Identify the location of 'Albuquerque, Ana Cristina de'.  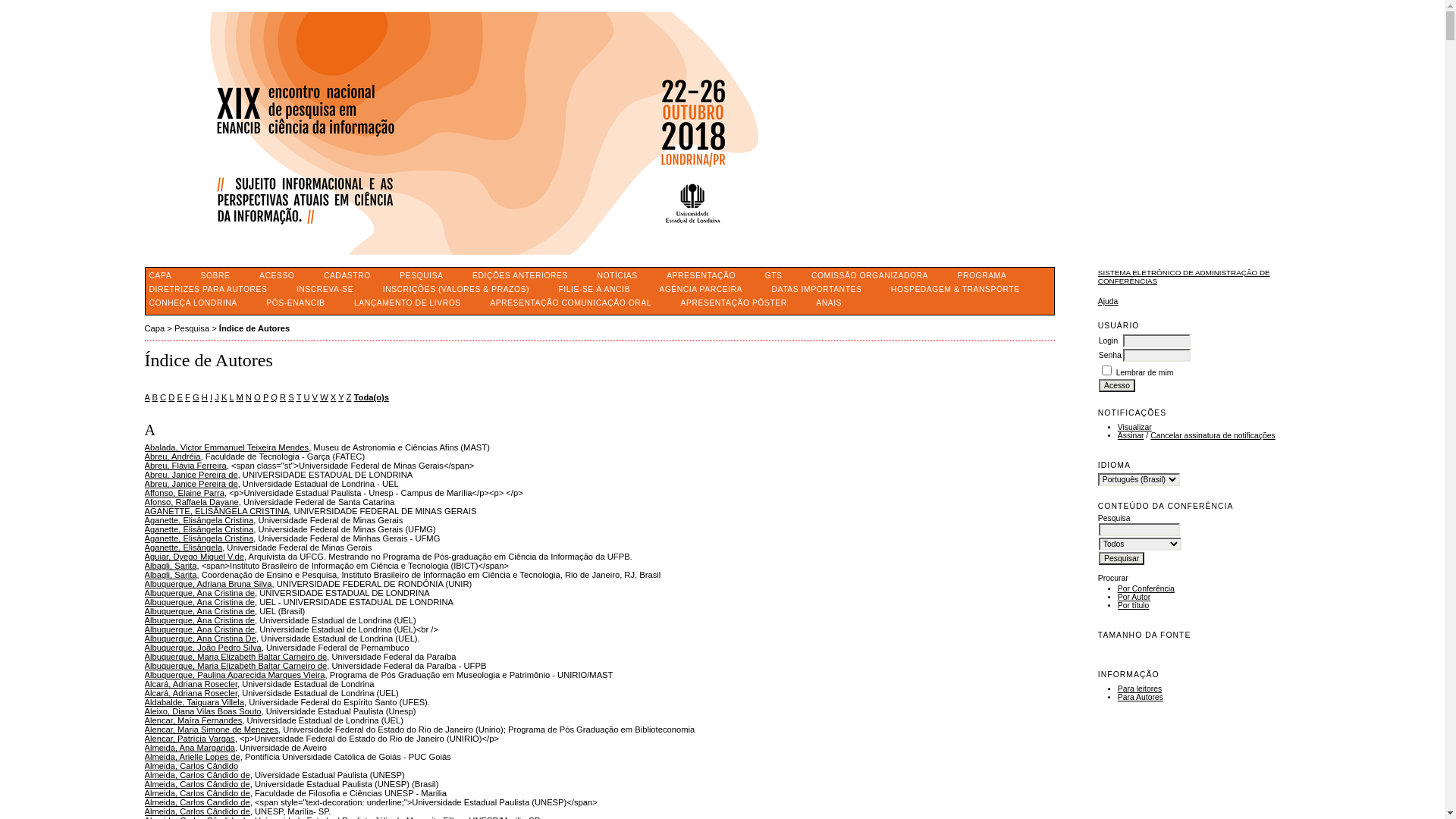
(199, 620).